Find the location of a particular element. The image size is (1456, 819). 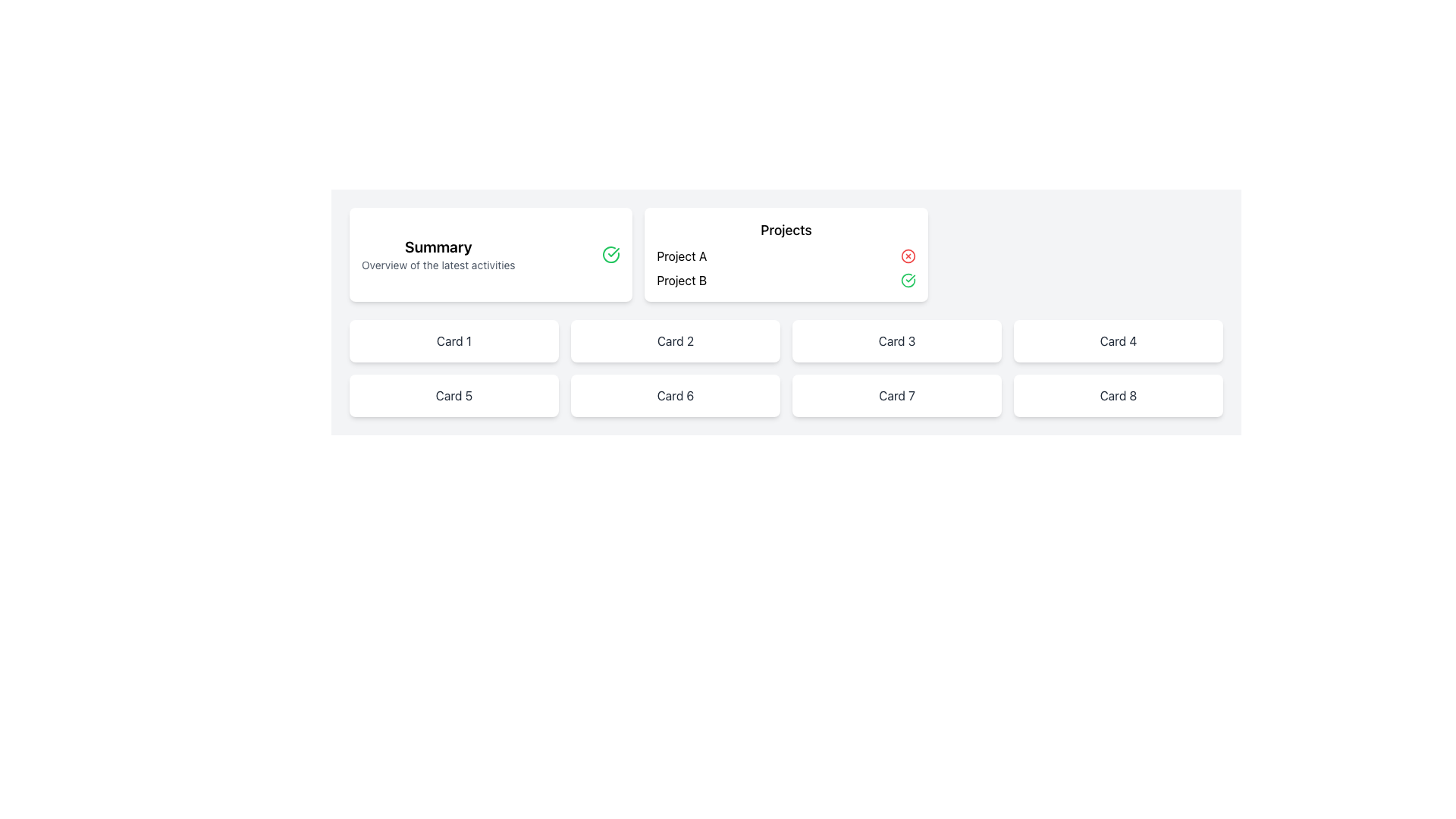

the first card in the grid layout is located at coordinates (453, 341).